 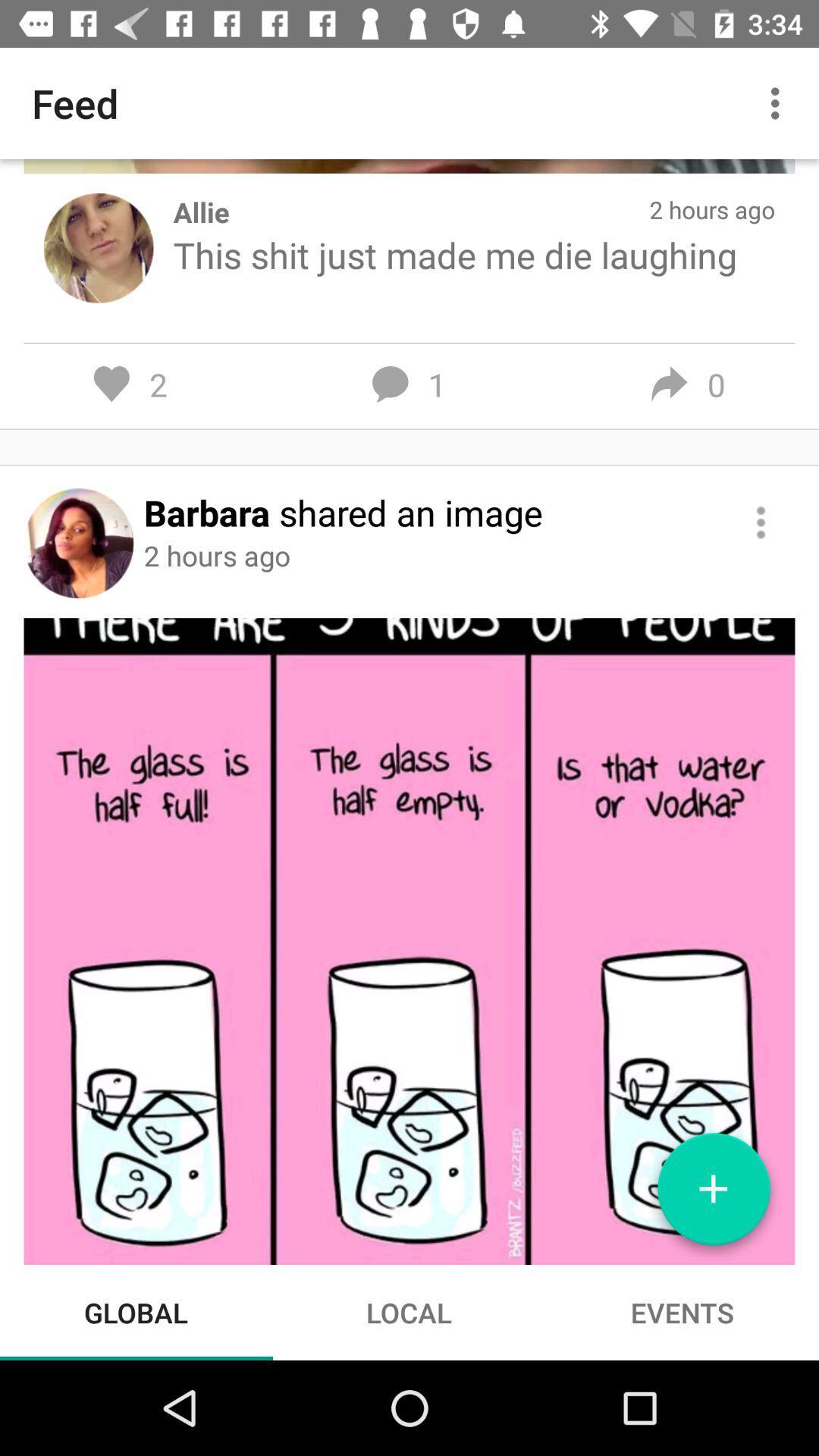 What do you see at coordinates (779, 102) in the screenshot?
I see `icon to the right of feed item` at bounding box center [779, 102].